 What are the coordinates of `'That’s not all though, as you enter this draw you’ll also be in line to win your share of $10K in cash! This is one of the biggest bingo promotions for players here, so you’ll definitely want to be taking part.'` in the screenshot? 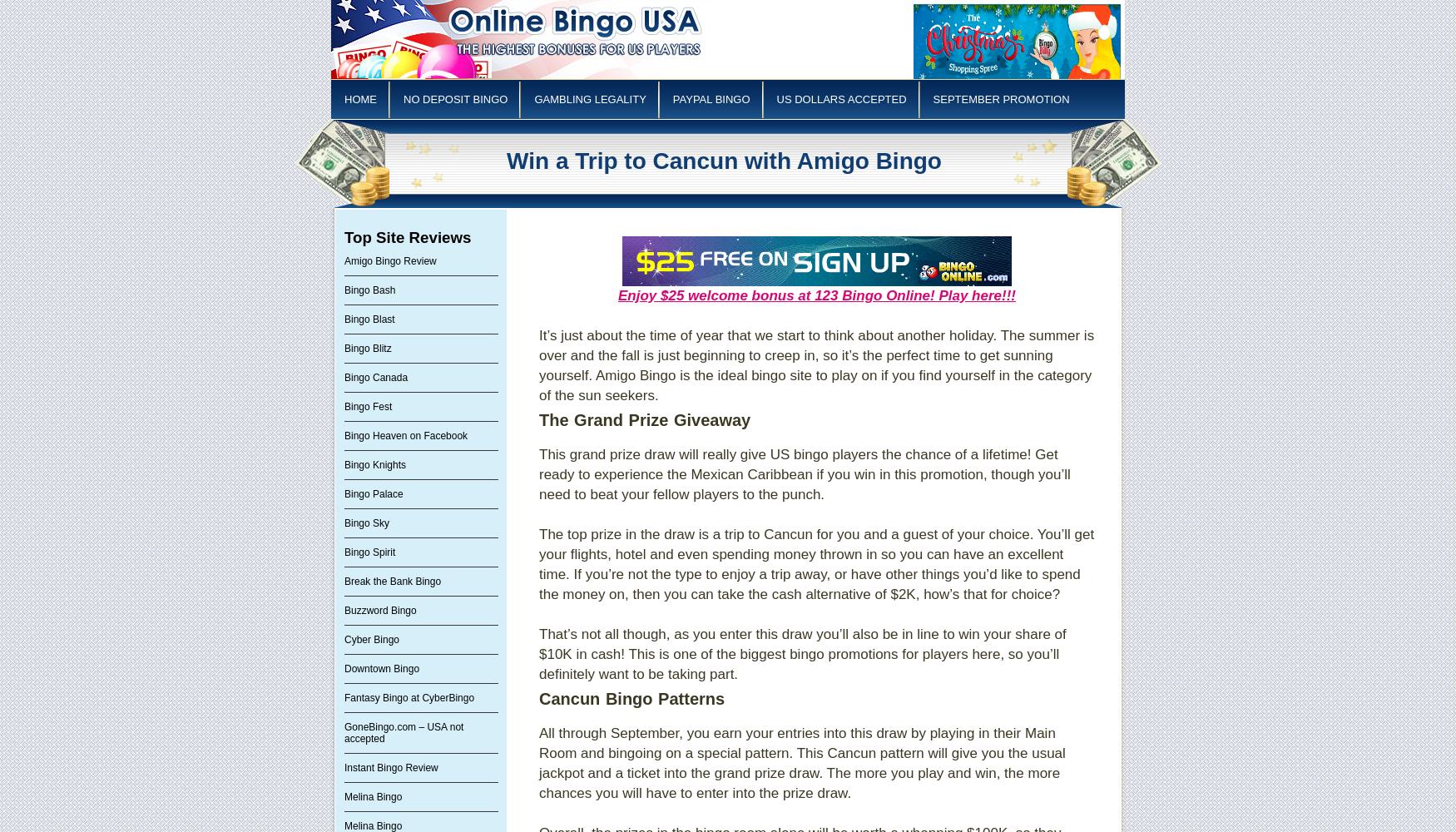 It's located at (802, 654).